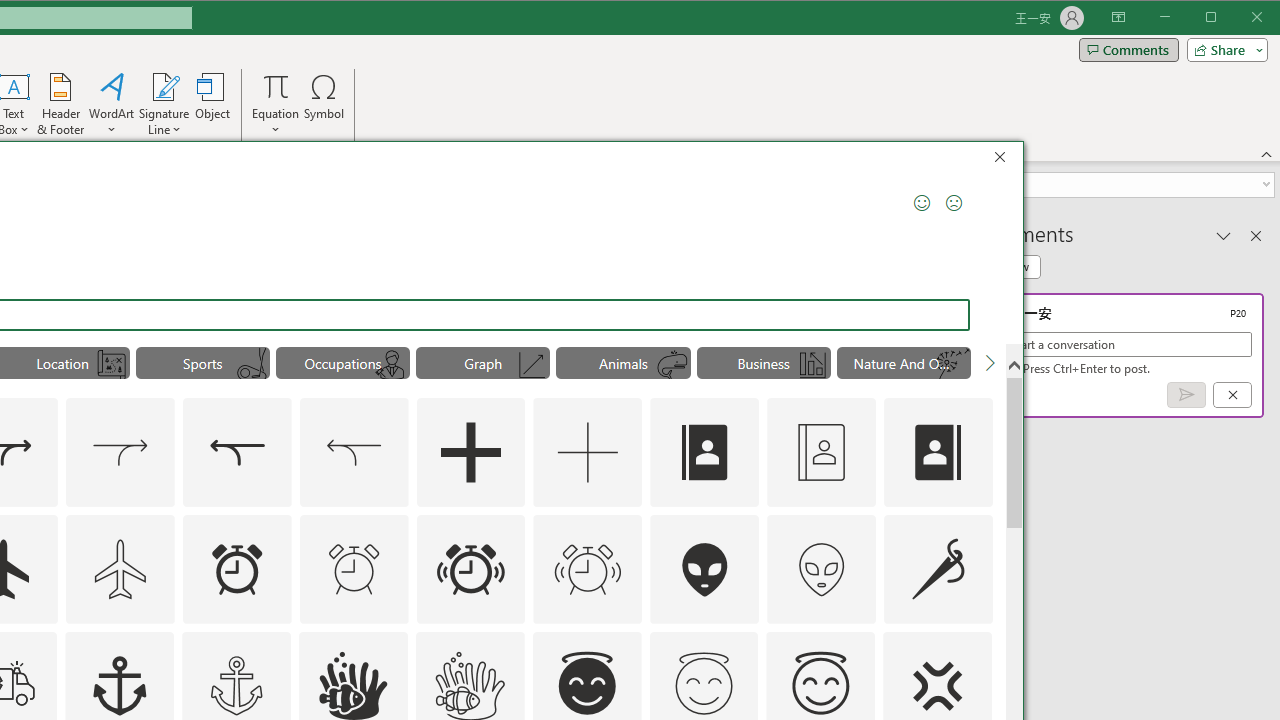 The image size is (1280, 720). I want to click on '"Nature And Outdoors" Icons.', so click(903, 362).